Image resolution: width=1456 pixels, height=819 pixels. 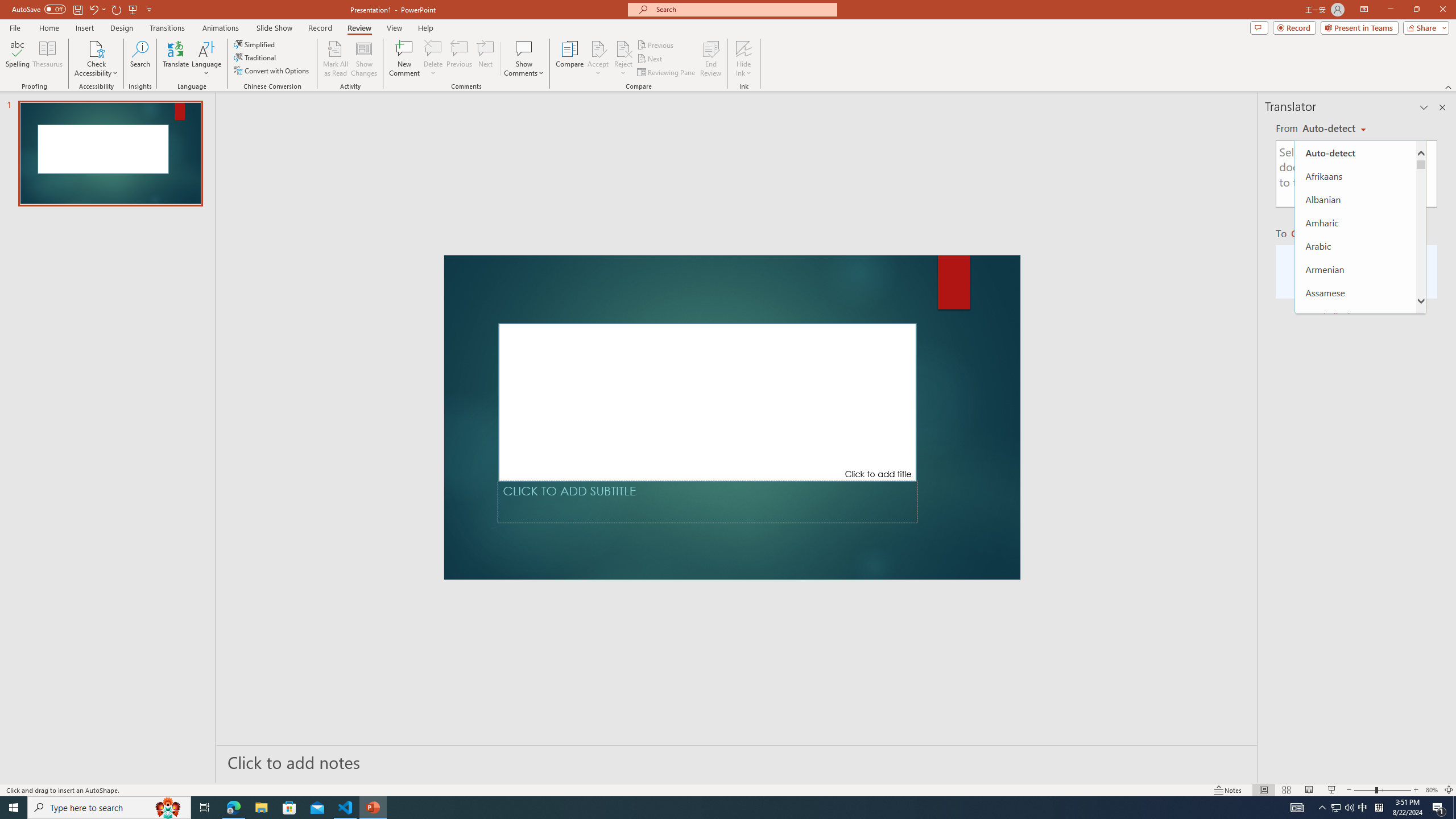 What do you see at coordinates (524, 59) in the screenshot?
I see `'Show Comments'` at bounding box center [524, 59].